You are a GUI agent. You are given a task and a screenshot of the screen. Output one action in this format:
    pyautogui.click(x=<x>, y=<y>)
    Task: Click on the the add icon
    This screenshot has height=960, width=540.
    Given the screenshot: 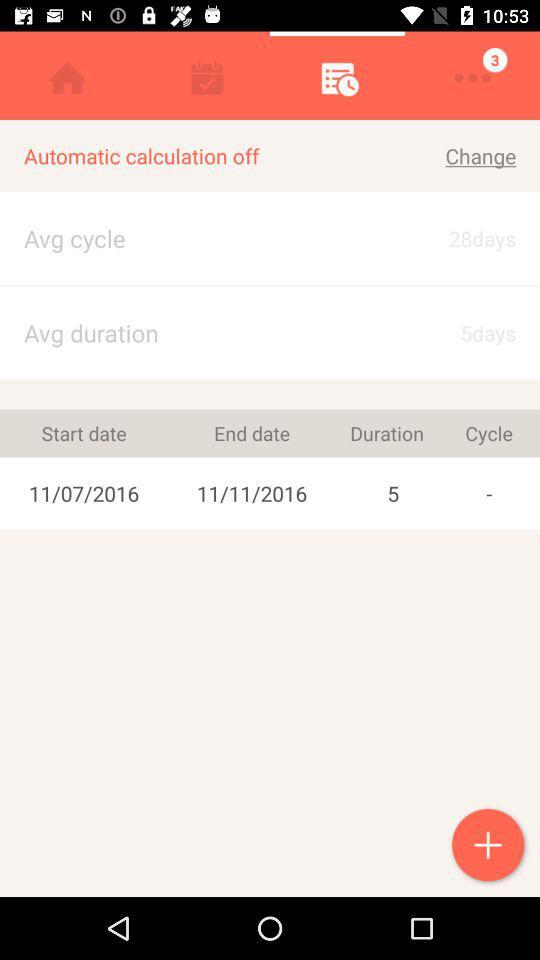 What is the action you would take?
    pyautogui.click(x=489, y=846)
    